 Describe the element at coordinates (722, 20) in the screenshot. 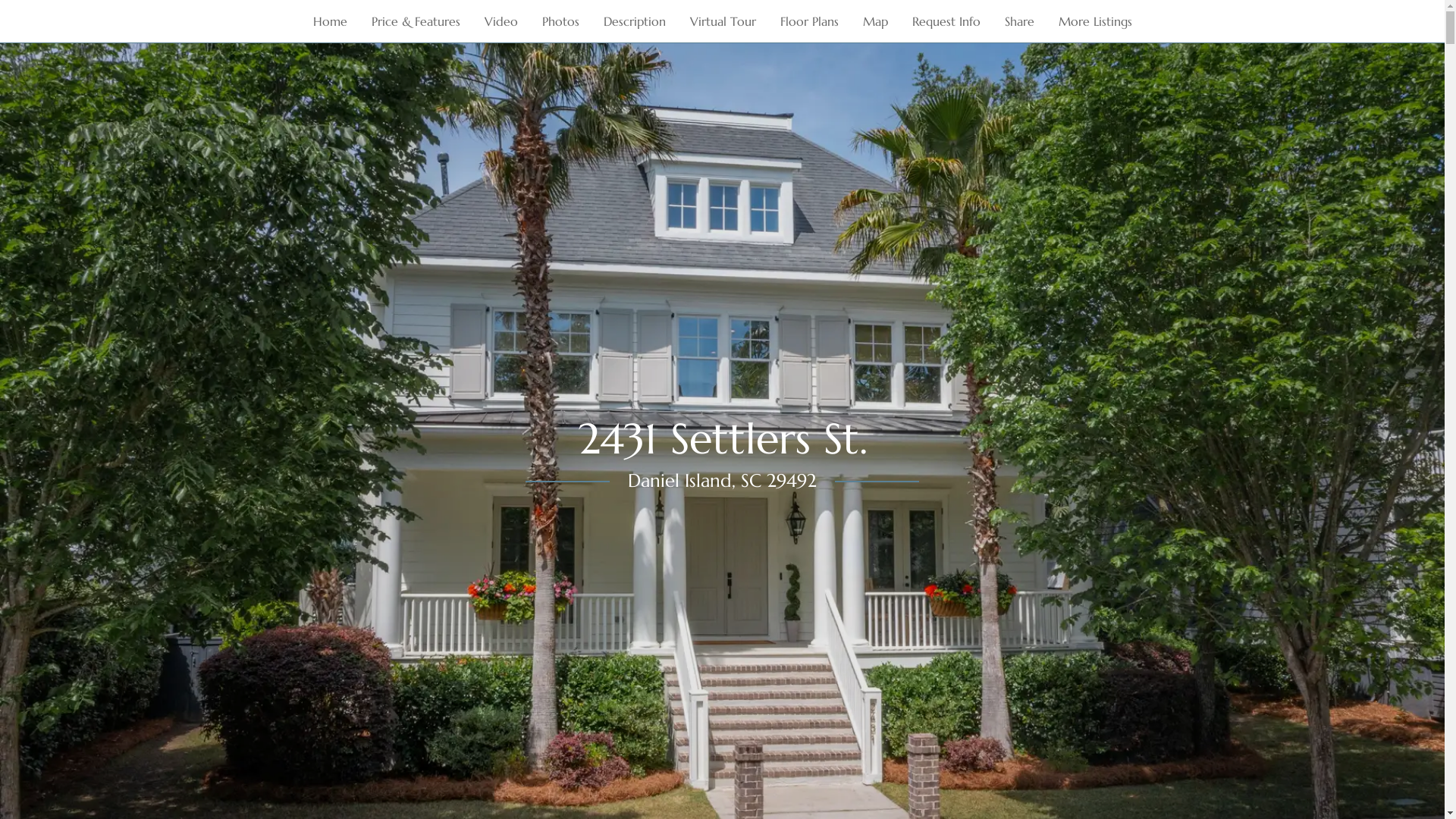

I see `'Virtual Tour'` at that location.